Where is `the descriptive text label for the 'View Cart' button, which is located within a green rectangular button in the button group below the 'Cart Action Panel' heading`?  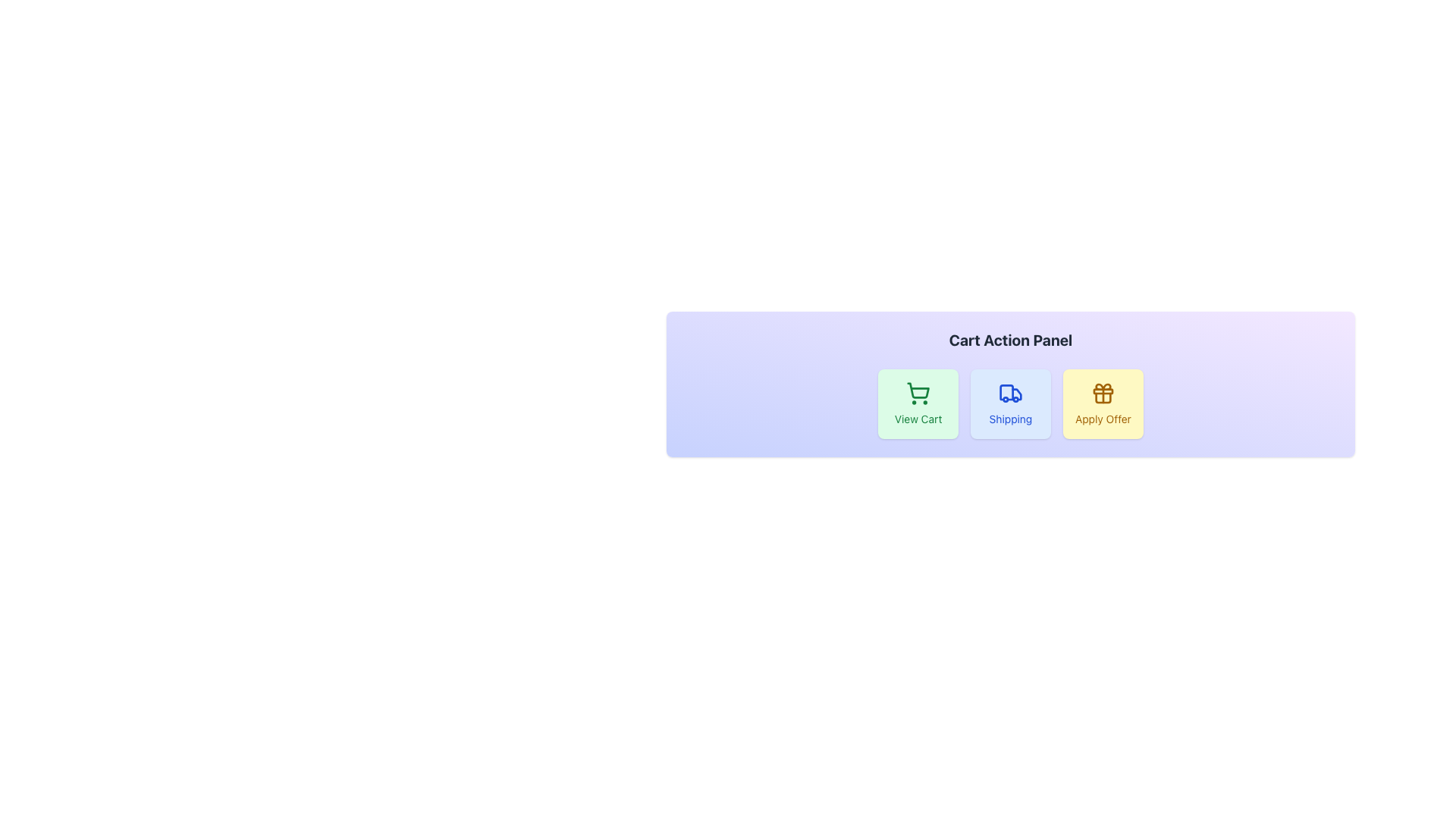
the descriptive text label for the 'View Cart' button, which is located within a green rectangular button in the button group below the 'Cart Action Panel' heading is located at coordinates (918, 419).